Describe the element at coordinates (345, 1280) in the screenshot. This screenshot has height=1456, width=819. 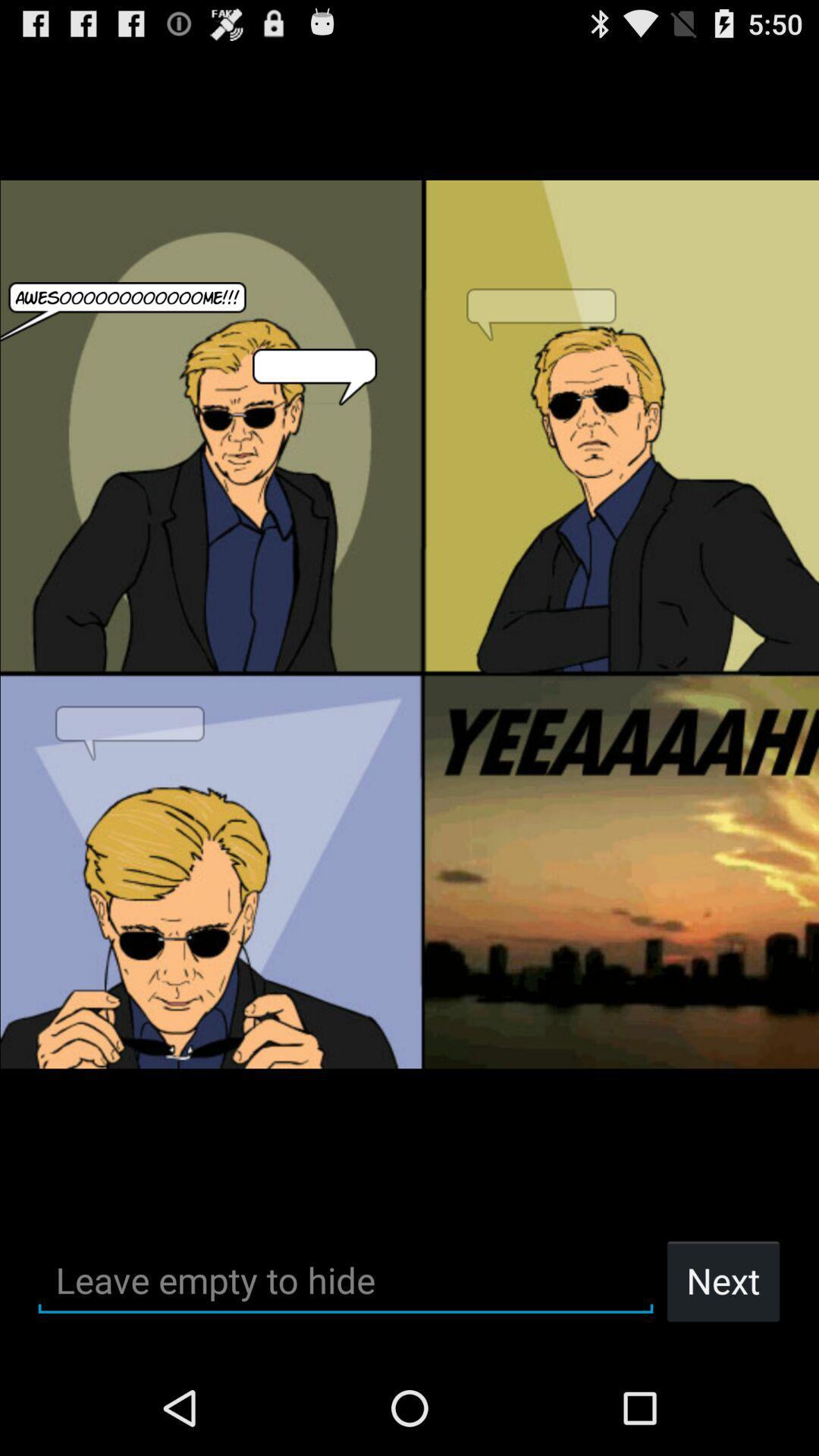
I see `search bar` at that location.